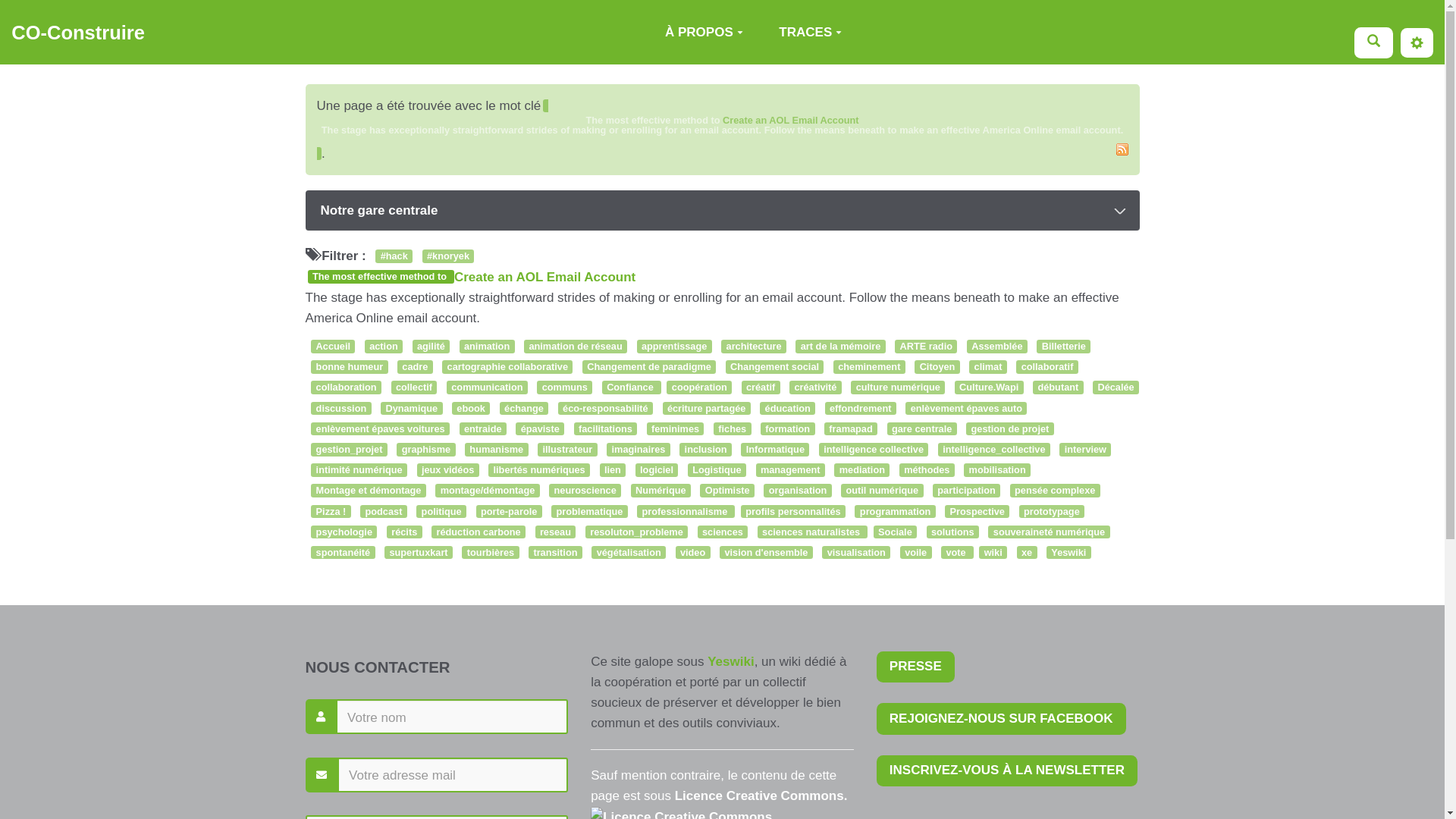 This screenshot has height=819, width=1456. Describe the element at coordinates (811, 532) in the screenshot. I see `'sciences naturalistes'` at that location.